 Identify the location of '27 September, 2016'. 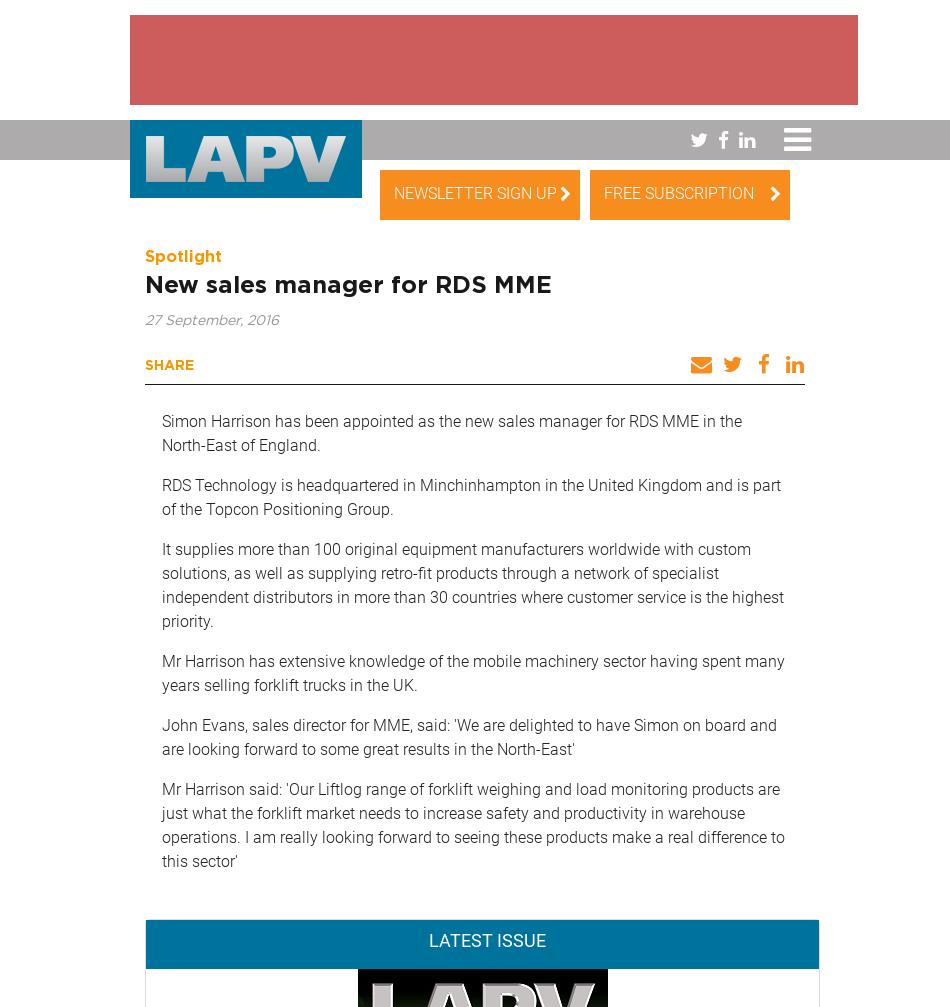
(212, 320).